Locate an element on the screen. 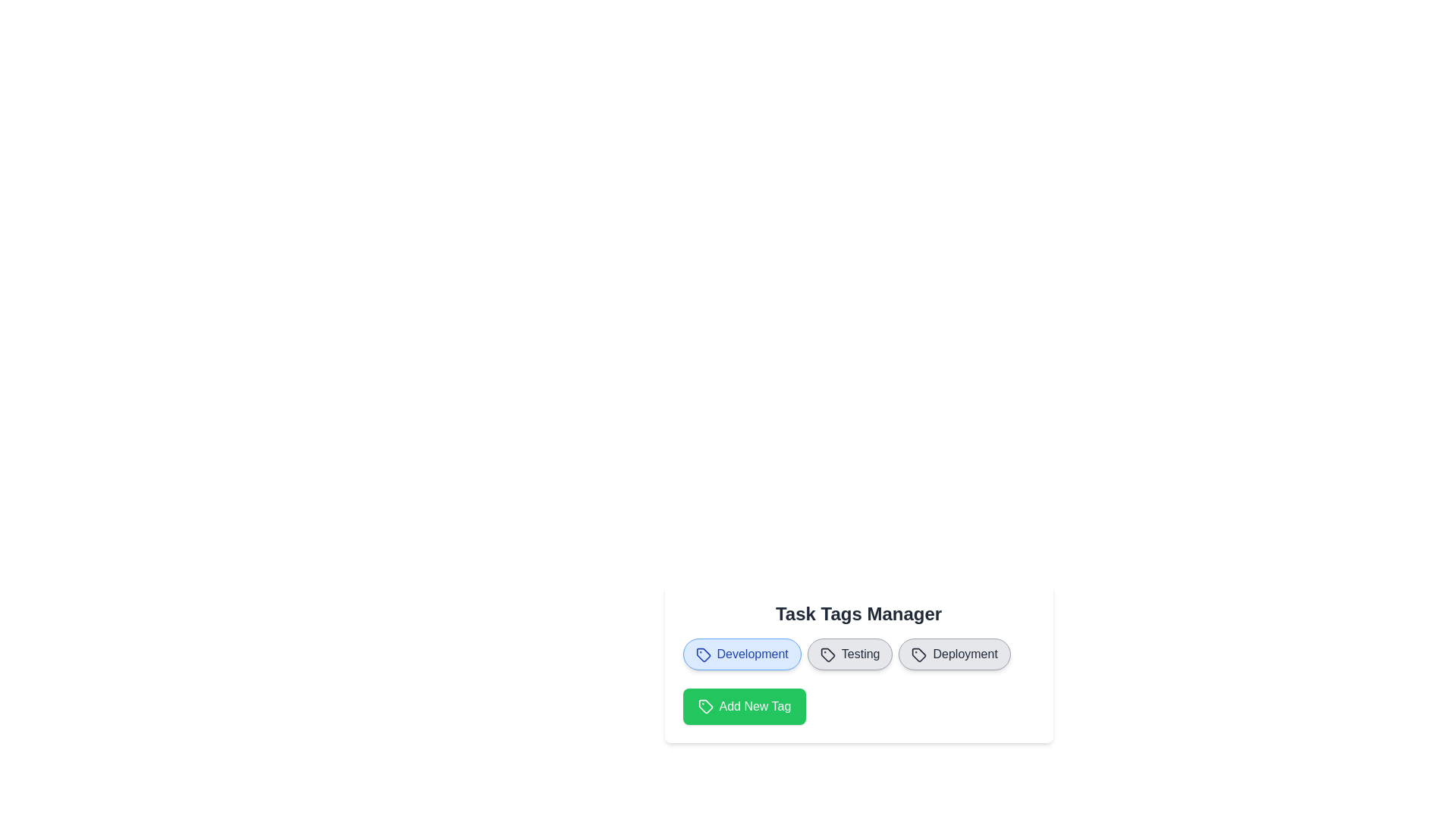 This screenshot has height=819, width=1456. the 'Testing' button in the 'Task Tags Manager' is located at coordinates (850, 654).